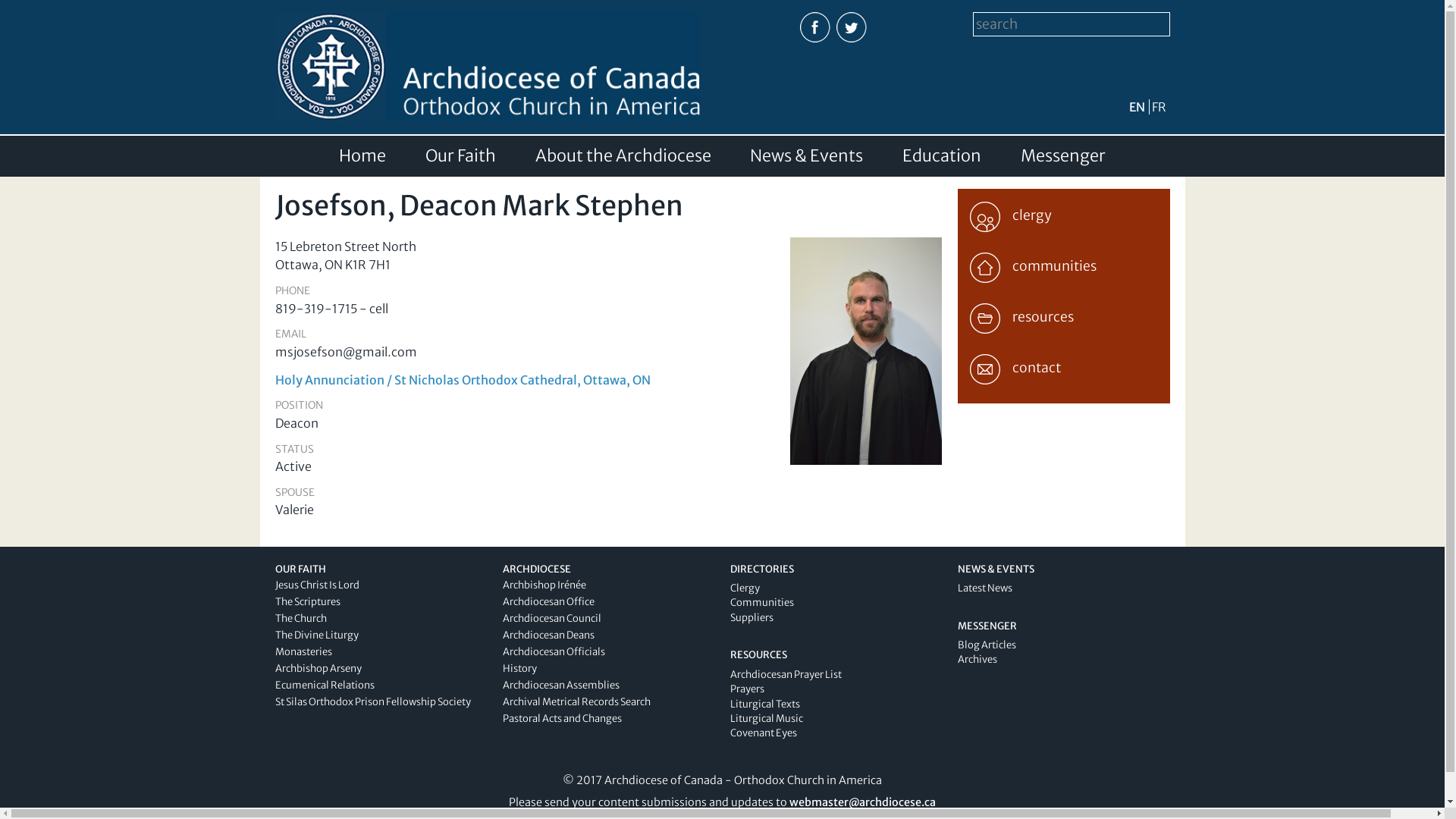 This screenshot has height=819, width=1456. Describe the element at coordinates (763, 732) in the screenshot. I see `'Covenant Eyes'` at that location.